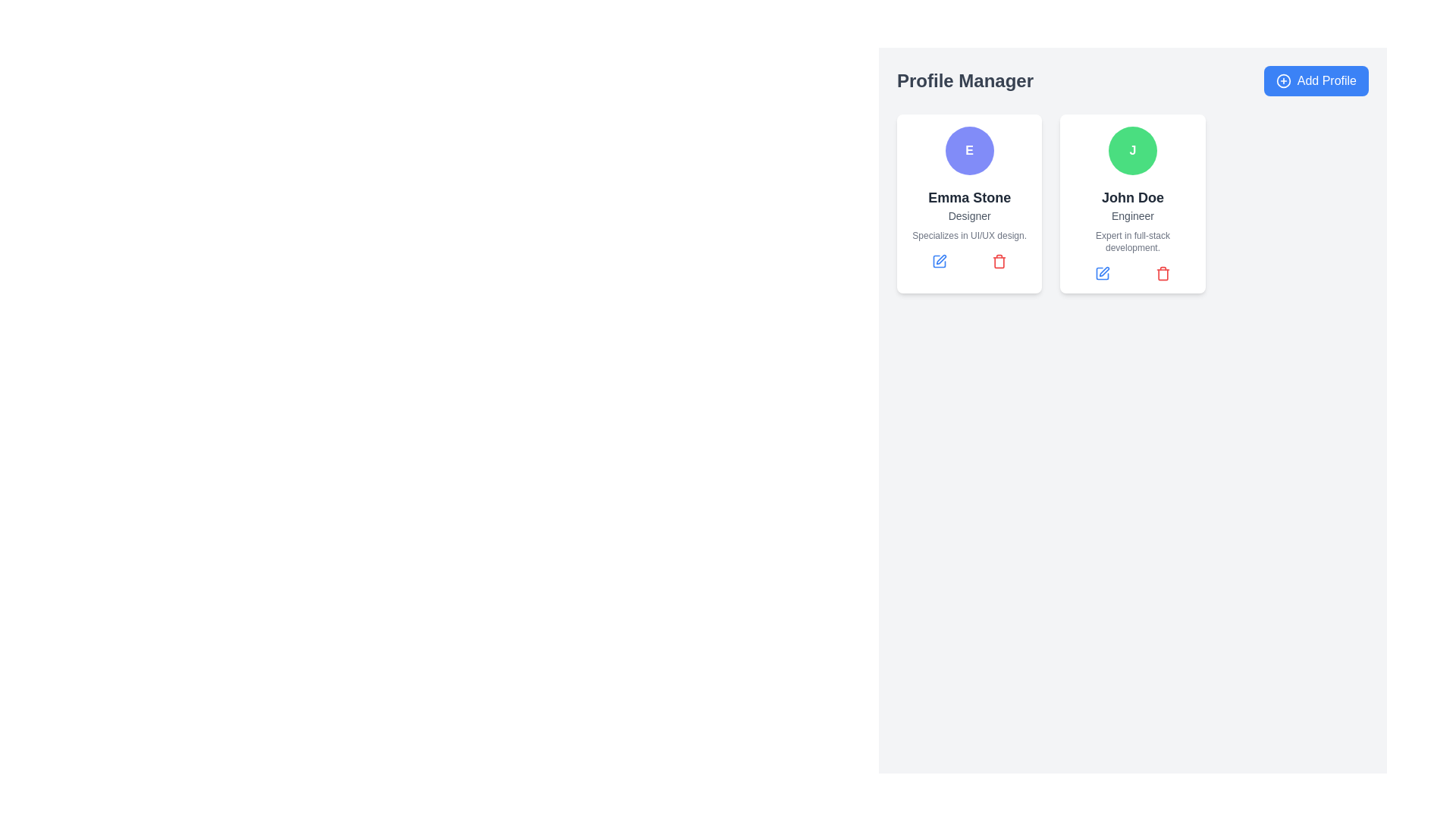 Image resolution: width=1456 pixels, height=819 pixels. What do you see at coordinates (1132, 241) in the screenshot?
I see `text label that provides additional descriptive information about the expertise of the profile named 'John Doe', located beneath the 'Engineer' label in the profile card` at bounding box center [1132, 241].